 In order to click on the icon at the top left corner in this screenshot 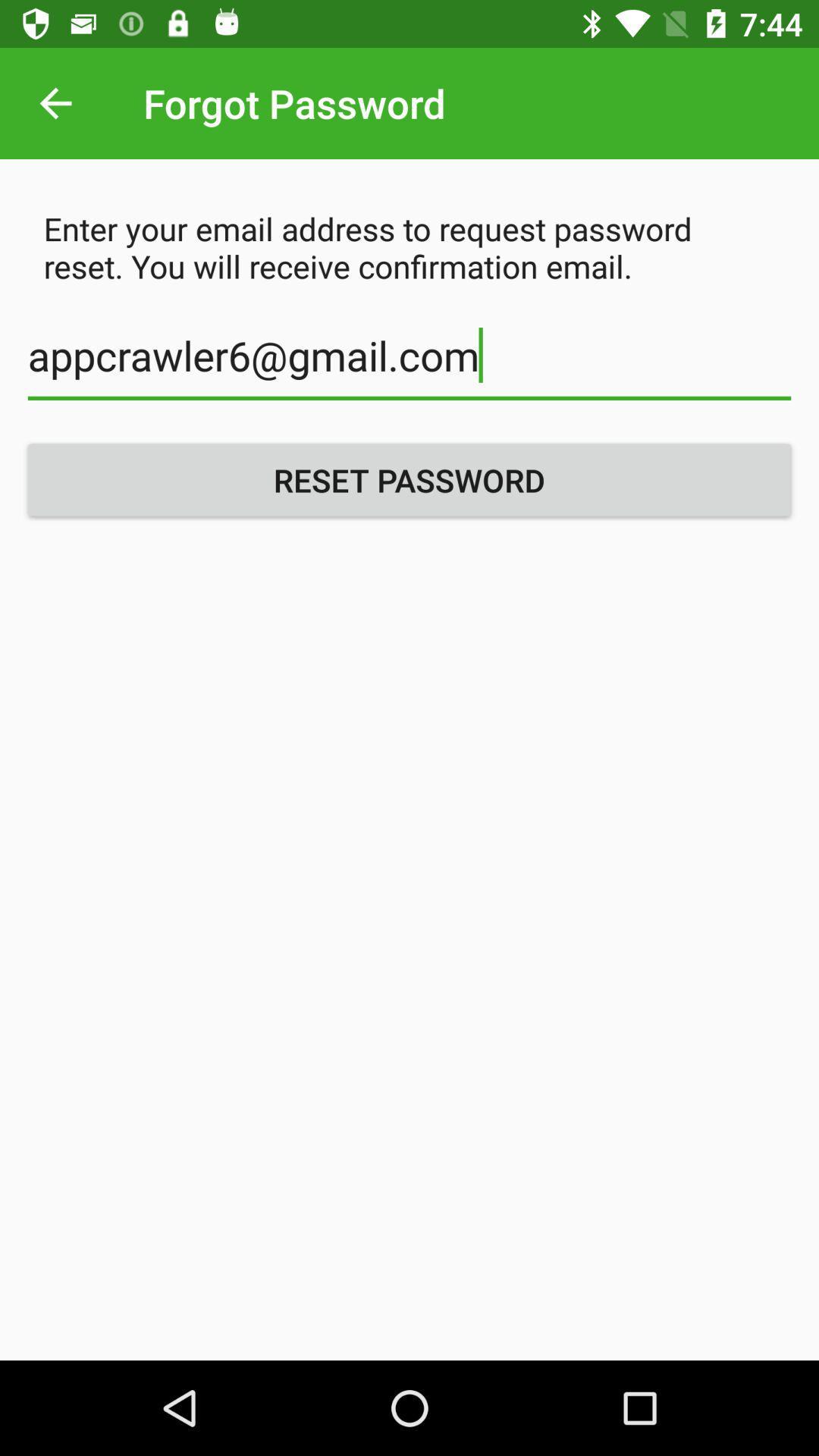, I will do `click(55, 102)`.